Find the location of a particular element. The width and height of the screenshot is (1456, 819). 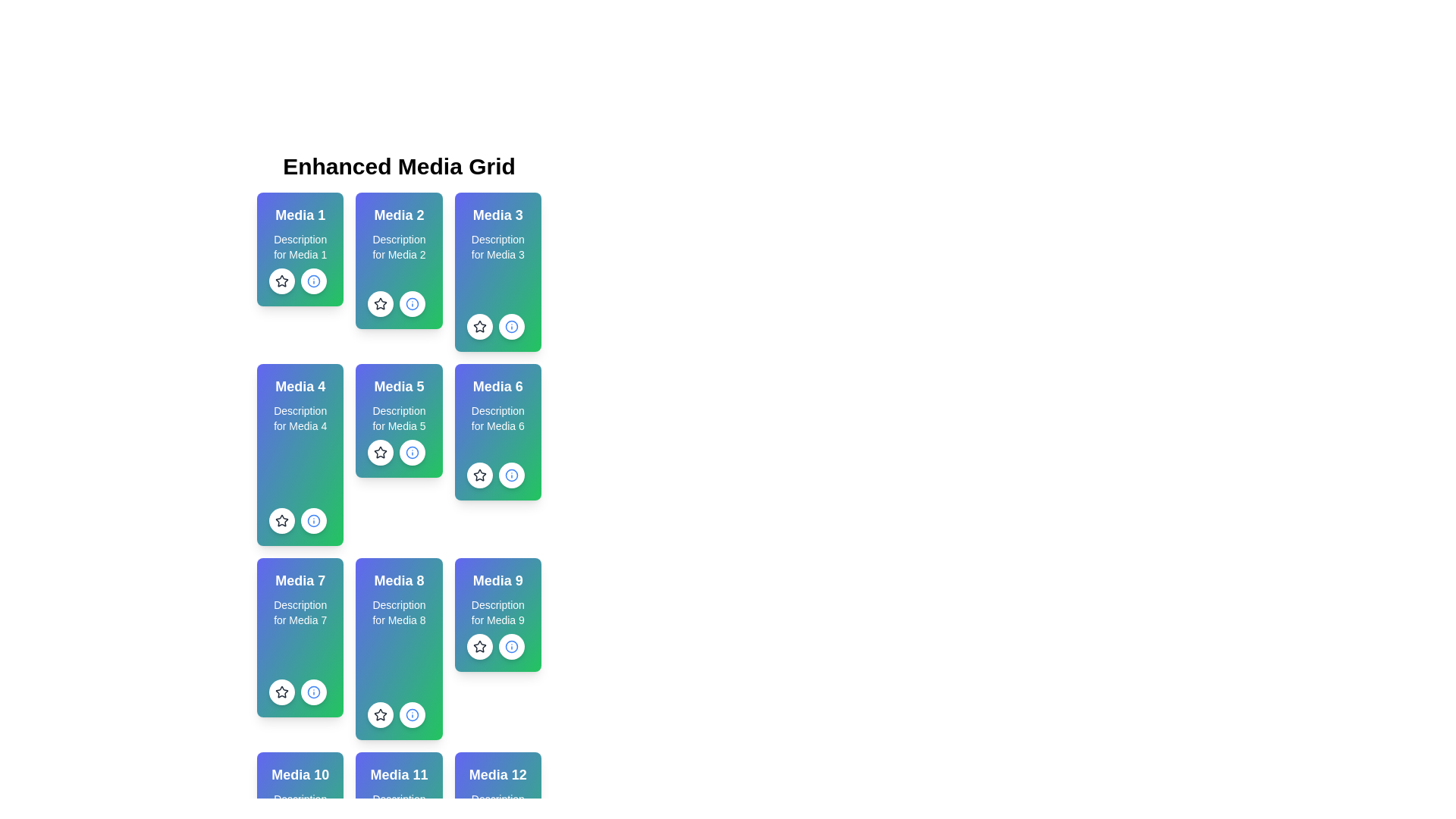

the star outline icon button within the 'Media 7' card is located at coordinates (282, 692).